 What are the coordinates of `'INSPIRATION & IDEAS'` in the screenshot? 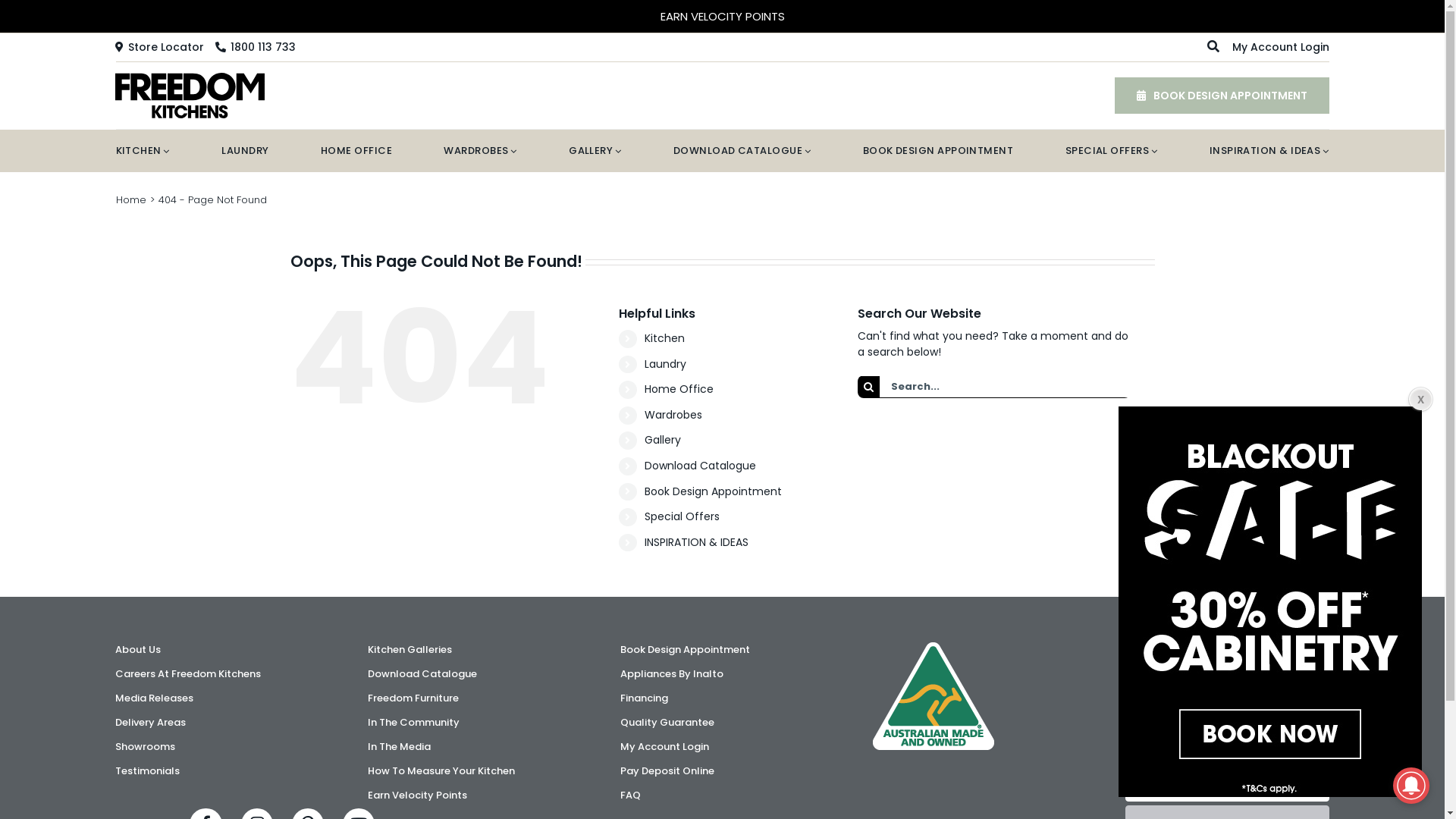 It's located at (644, 541).